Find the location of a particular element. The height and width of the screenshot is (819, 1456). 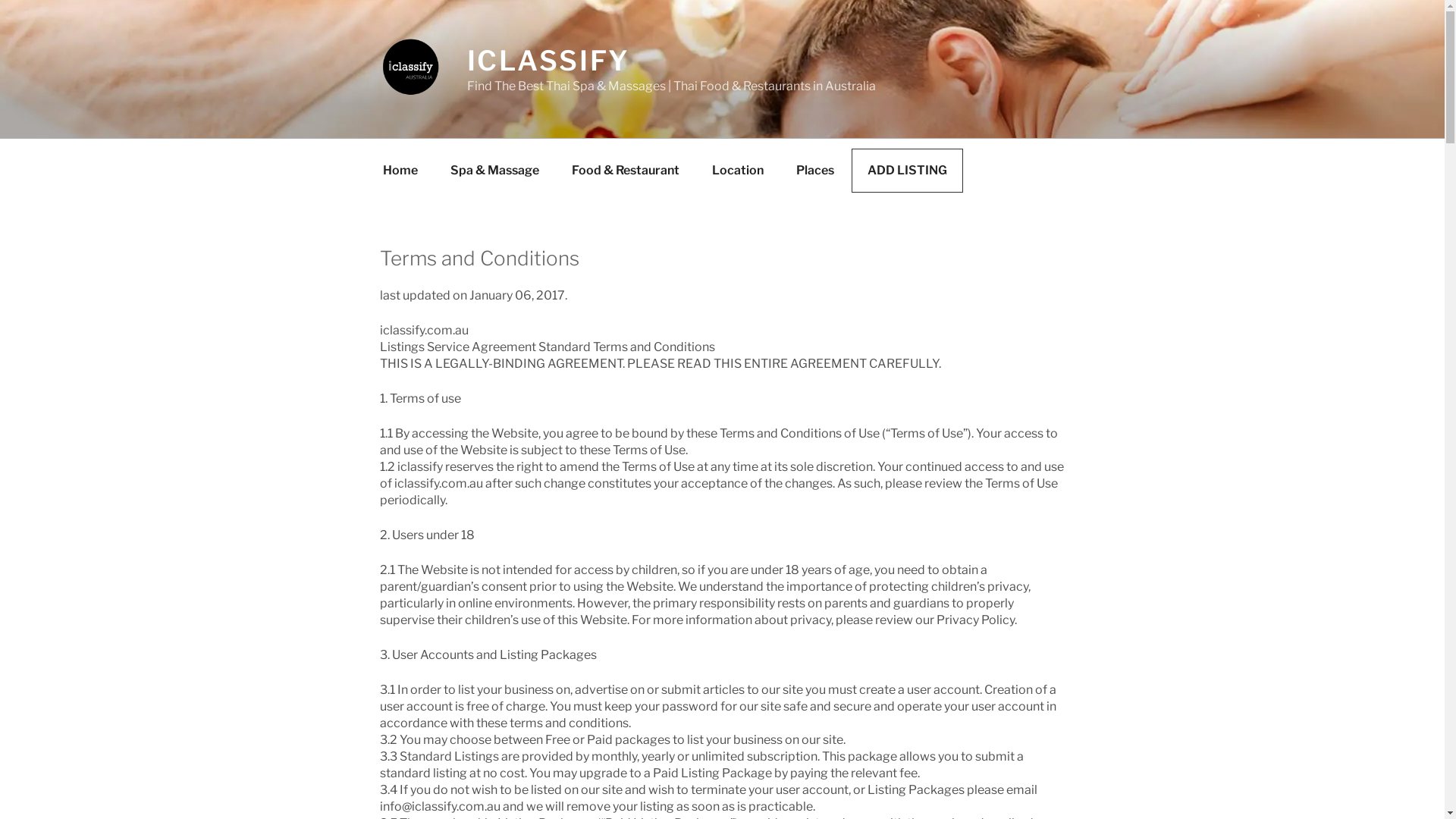

'ICLASSIFY' is located at coordinates (548, 60).